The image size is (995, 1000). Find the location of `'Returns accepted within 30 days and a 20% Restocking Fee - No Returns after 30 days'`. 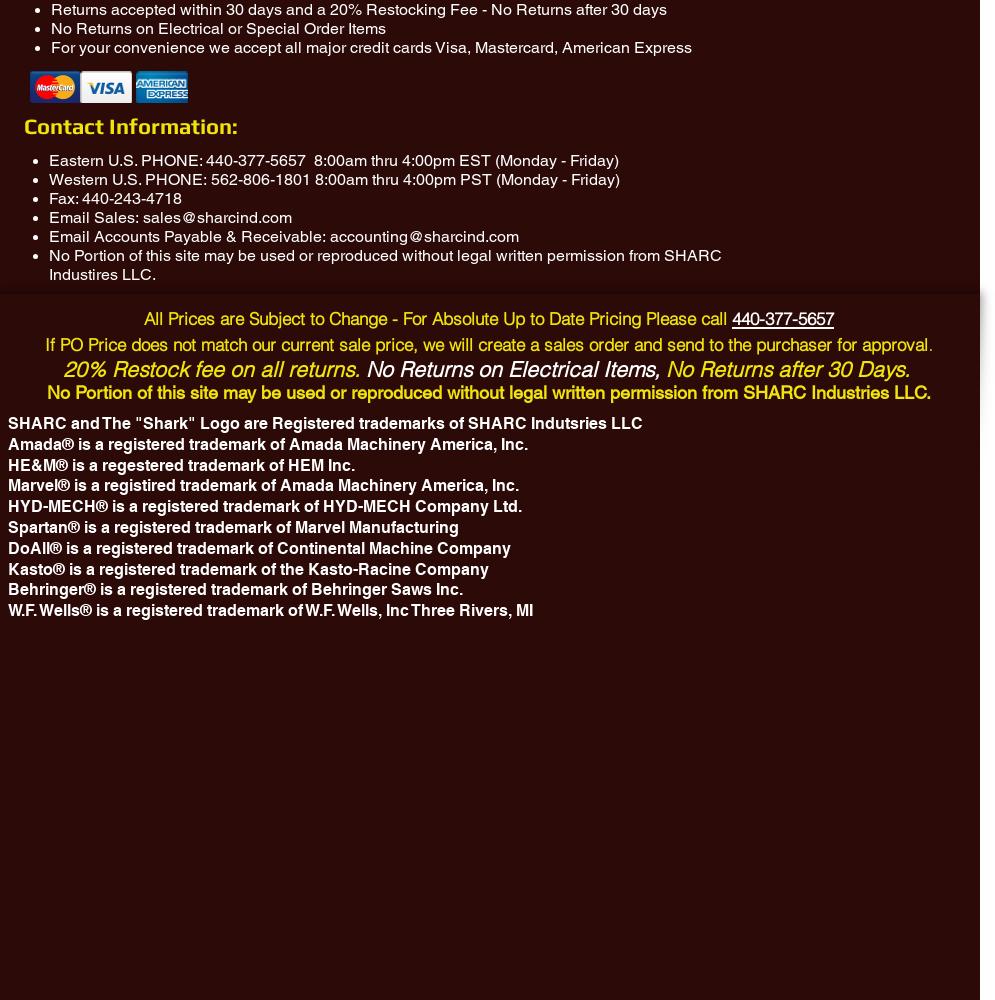

'Returns accepted within 30 days and a 20% Restocking Fee - No Returns after 30 days' is located at coordinates (357, 9).